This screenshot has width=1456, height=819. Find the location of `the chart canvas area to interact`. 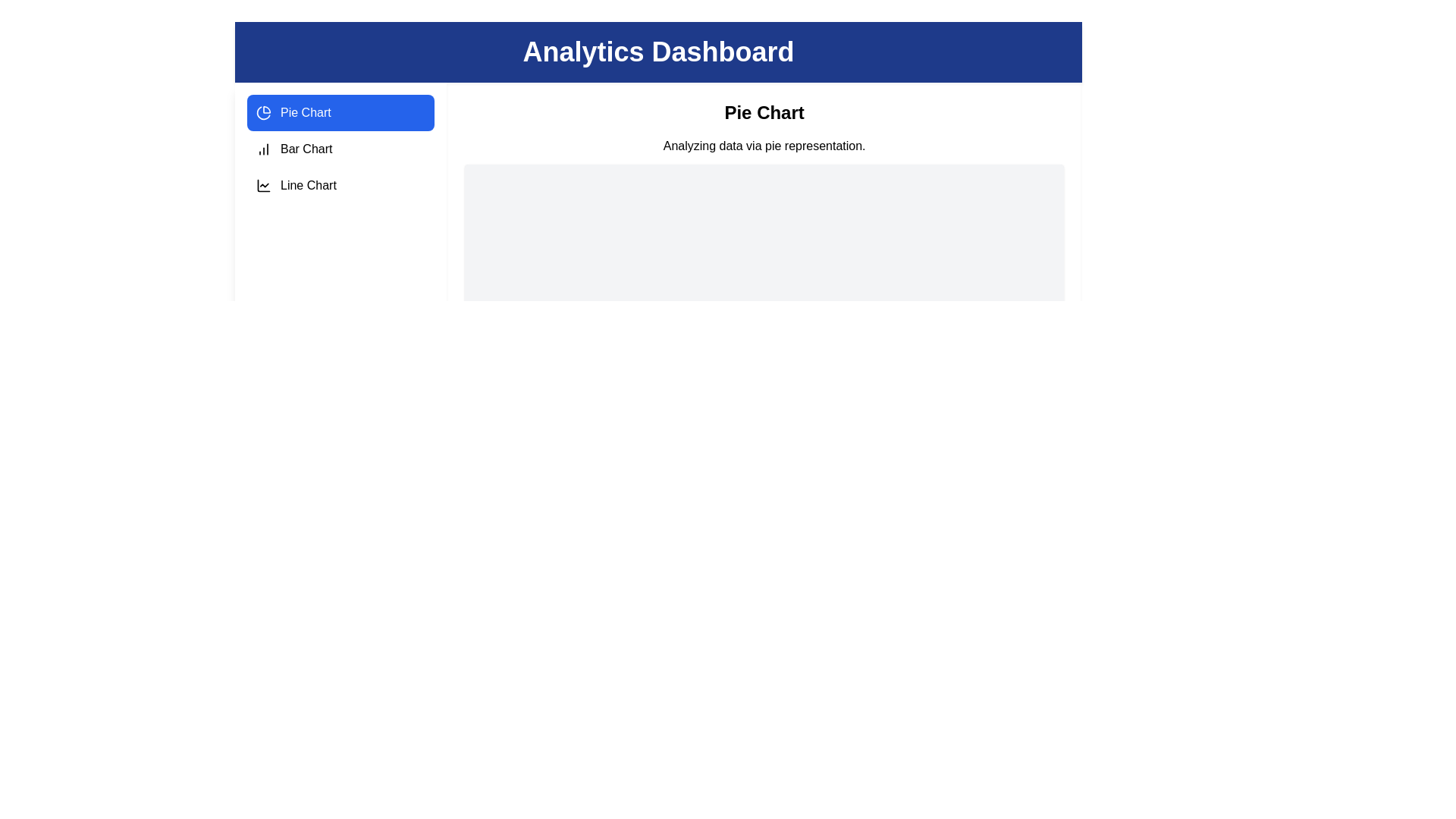

the chart canvas area to interact is located at coordinates (764, 260).